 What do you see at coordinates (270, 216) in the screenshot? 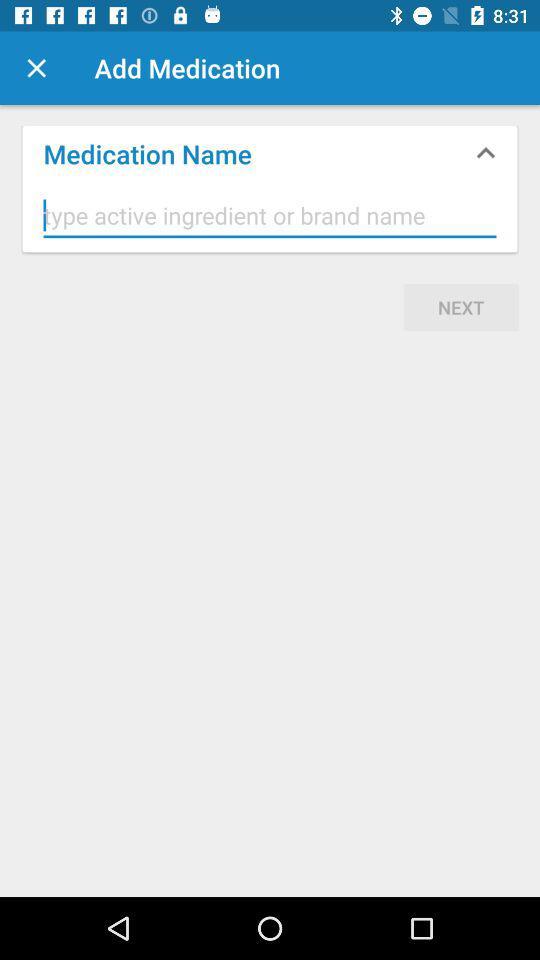
I see `icon above next item` at bounding box center [270, 216].